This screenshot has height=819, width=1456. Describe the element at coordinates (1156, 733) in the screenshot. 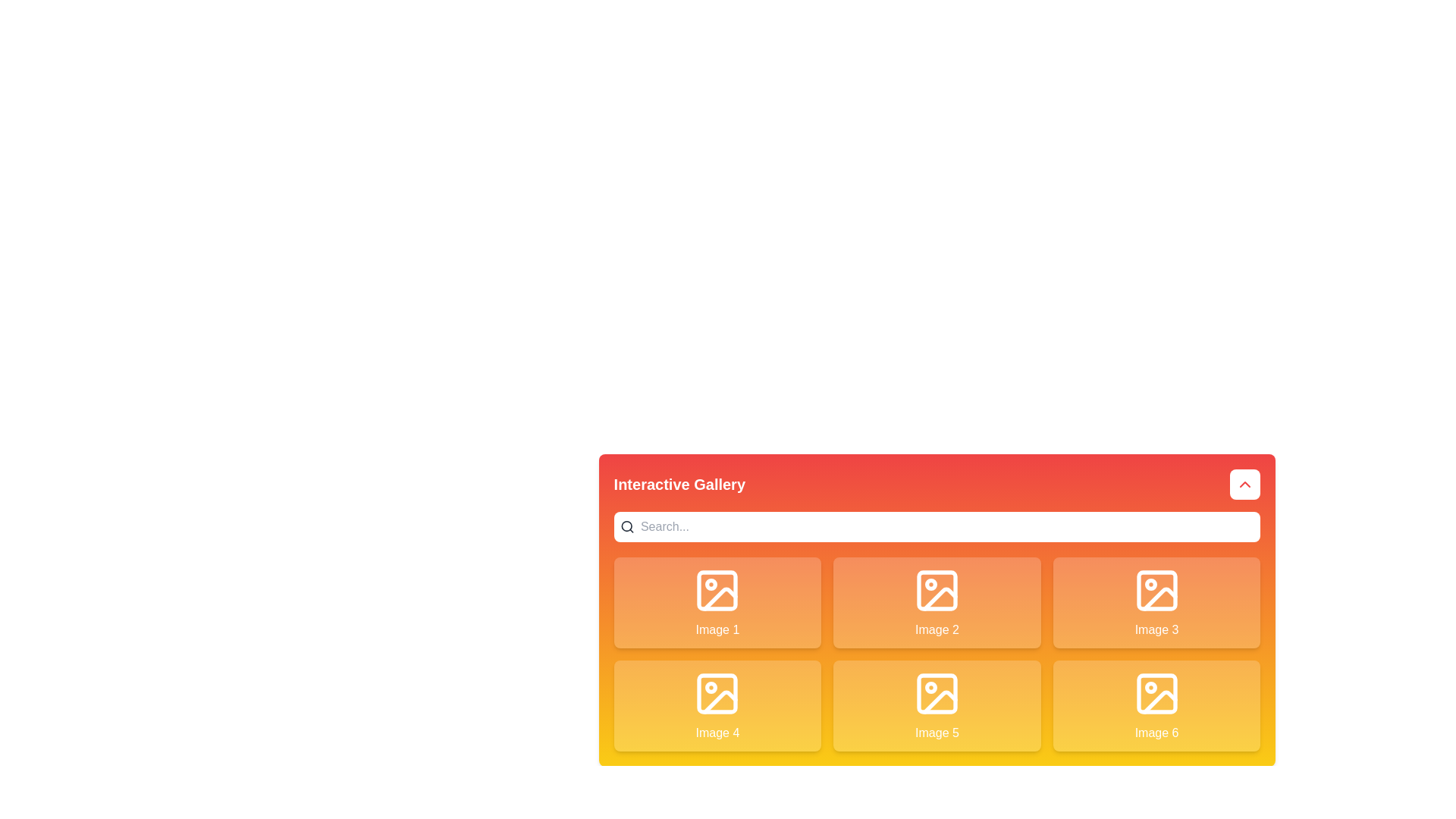

I see `text label located at the bottom of the sixth tile in the second row of the interactive gallery interface` at that location.